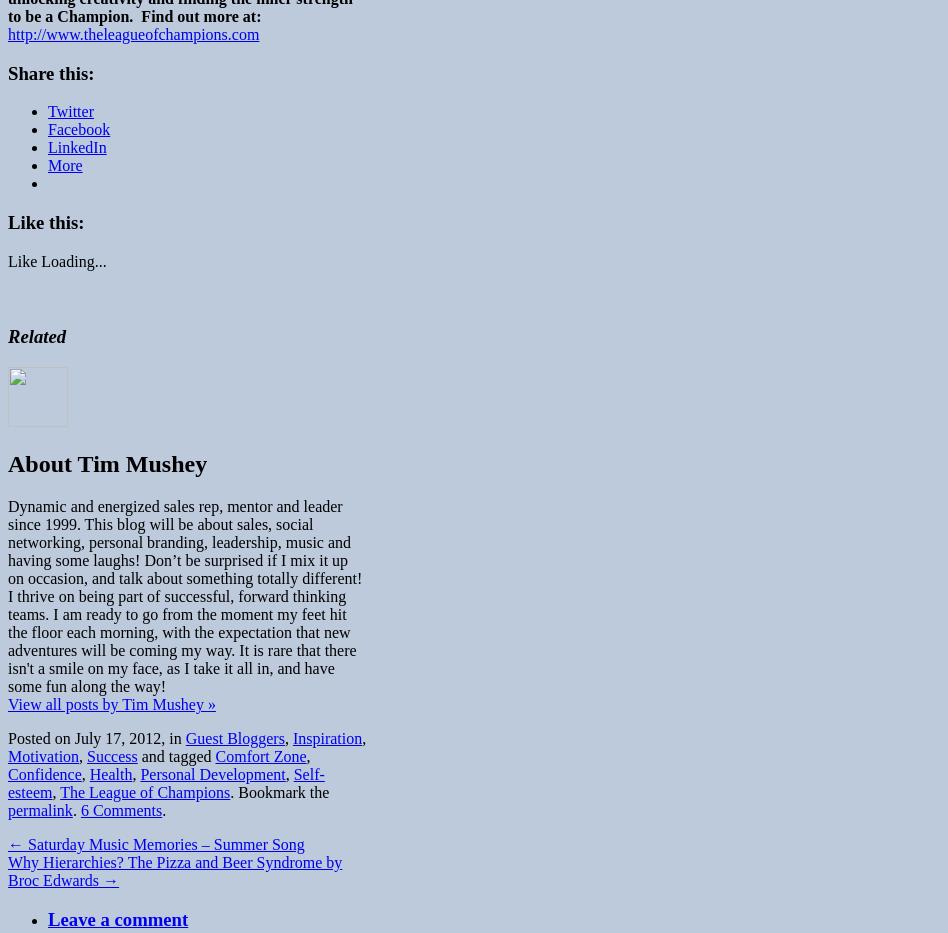  Describe the element at coordinates (96, 737) in the screenshot. I see `'Posted on July 17, 2012, in'` at that location.